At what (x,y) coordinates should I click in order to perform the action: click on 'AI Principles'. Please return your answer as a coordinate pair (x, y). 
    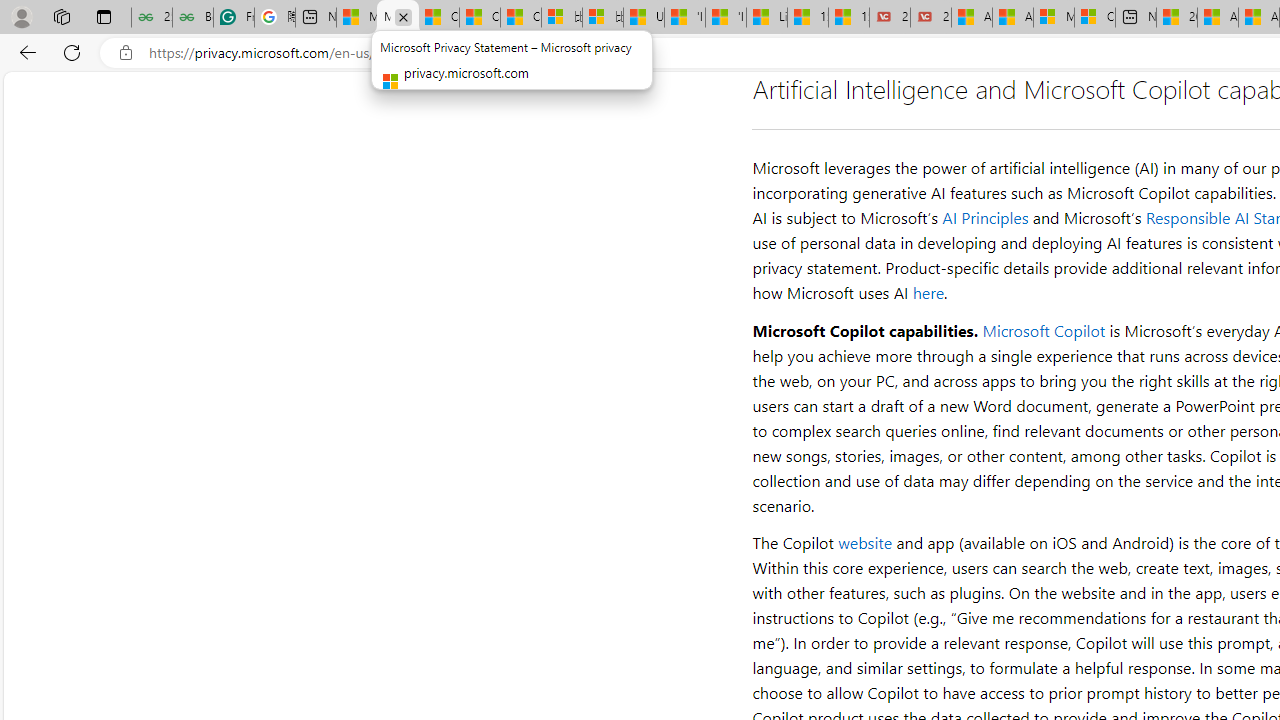
    Looking at the image, I should click on (985, 218).